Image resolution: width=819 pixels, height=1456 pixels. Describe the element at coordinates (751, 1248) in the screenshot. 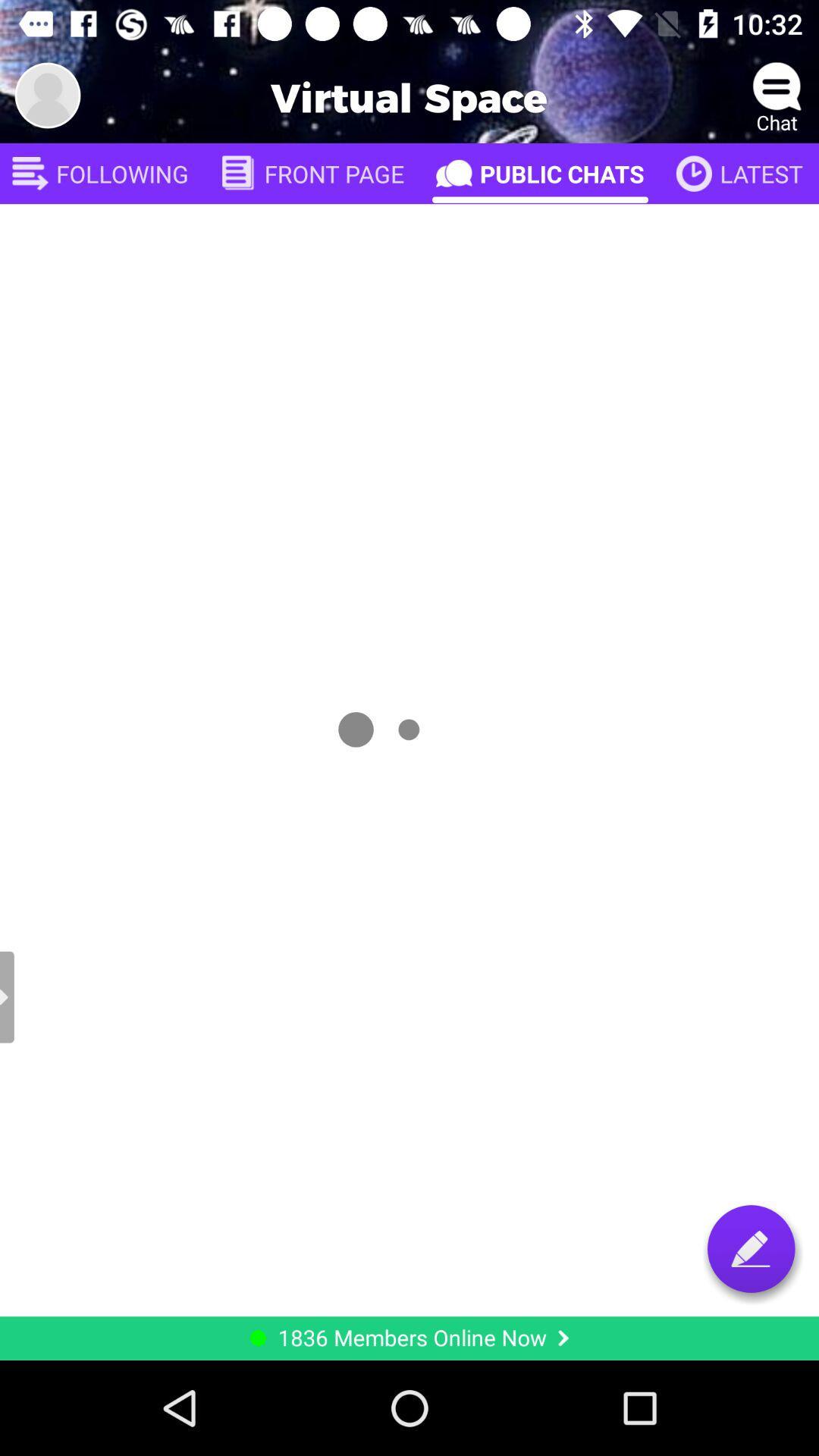

I see `write something` at that location.